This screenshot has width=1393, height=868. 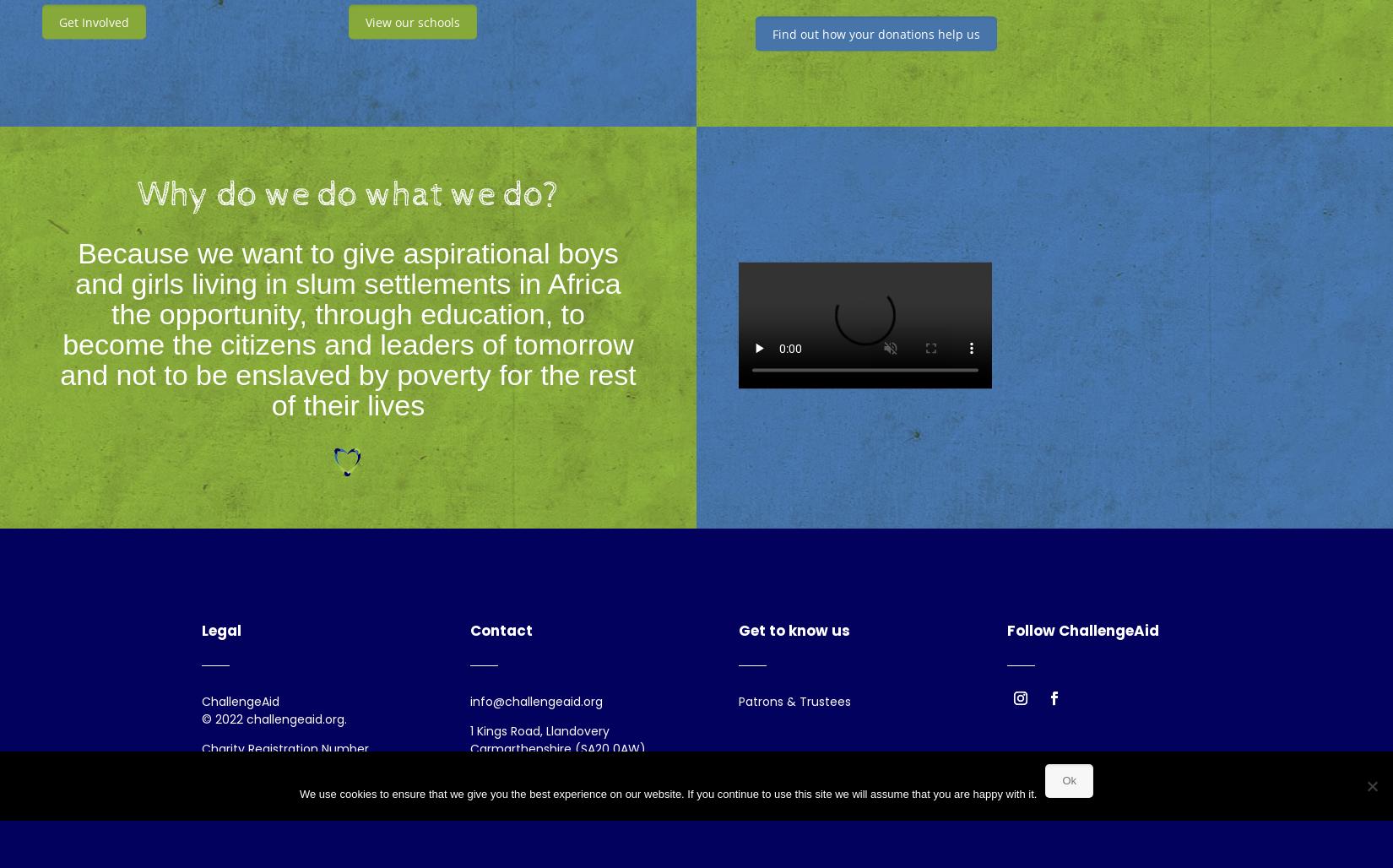 What do you see at coordinates (201, 702) in the screenshot?
I see `'ChallengeAid'` at bounding box center [201, 702].